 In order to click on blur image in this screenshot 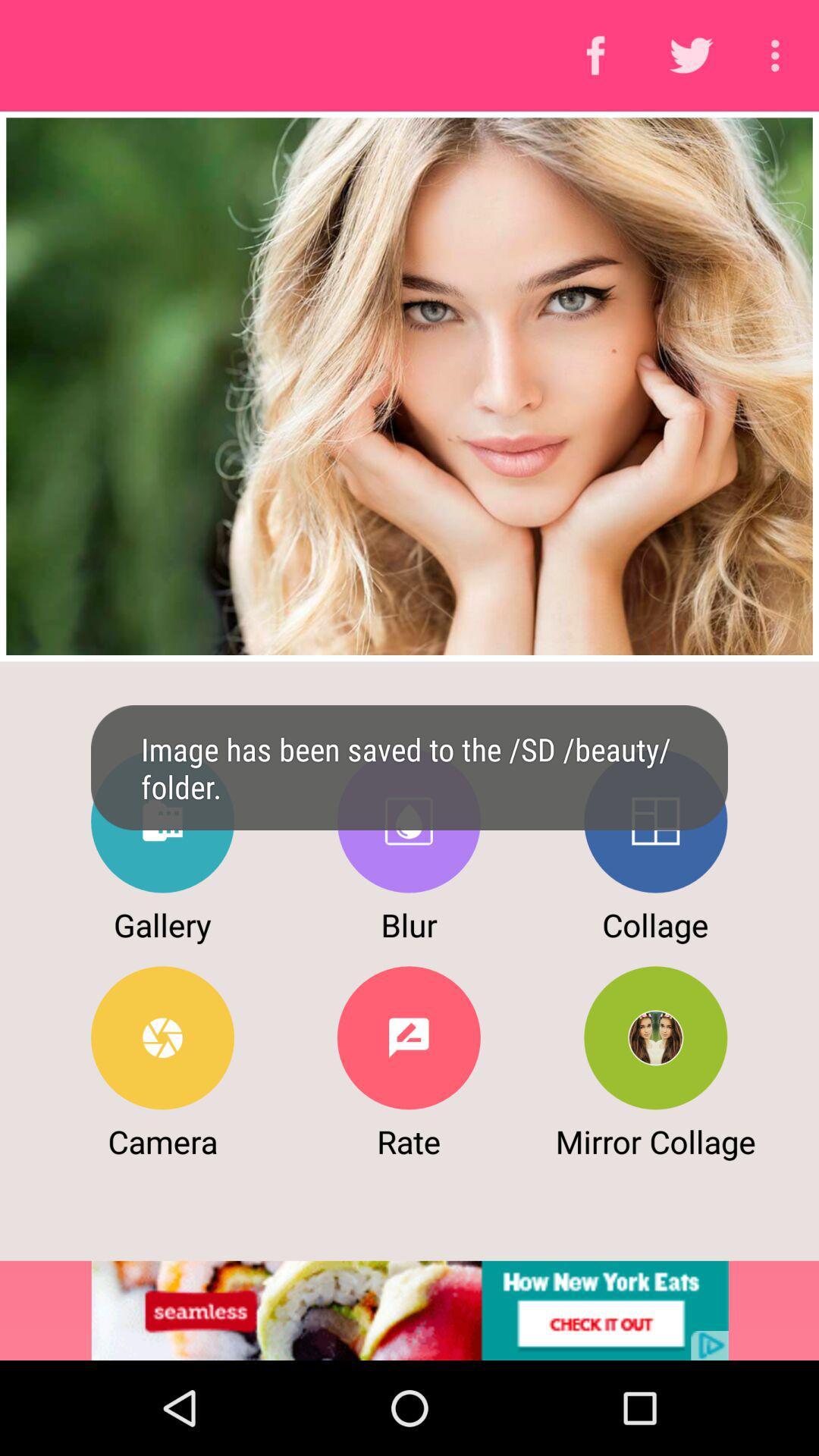, I will do `click(408, 821)`.